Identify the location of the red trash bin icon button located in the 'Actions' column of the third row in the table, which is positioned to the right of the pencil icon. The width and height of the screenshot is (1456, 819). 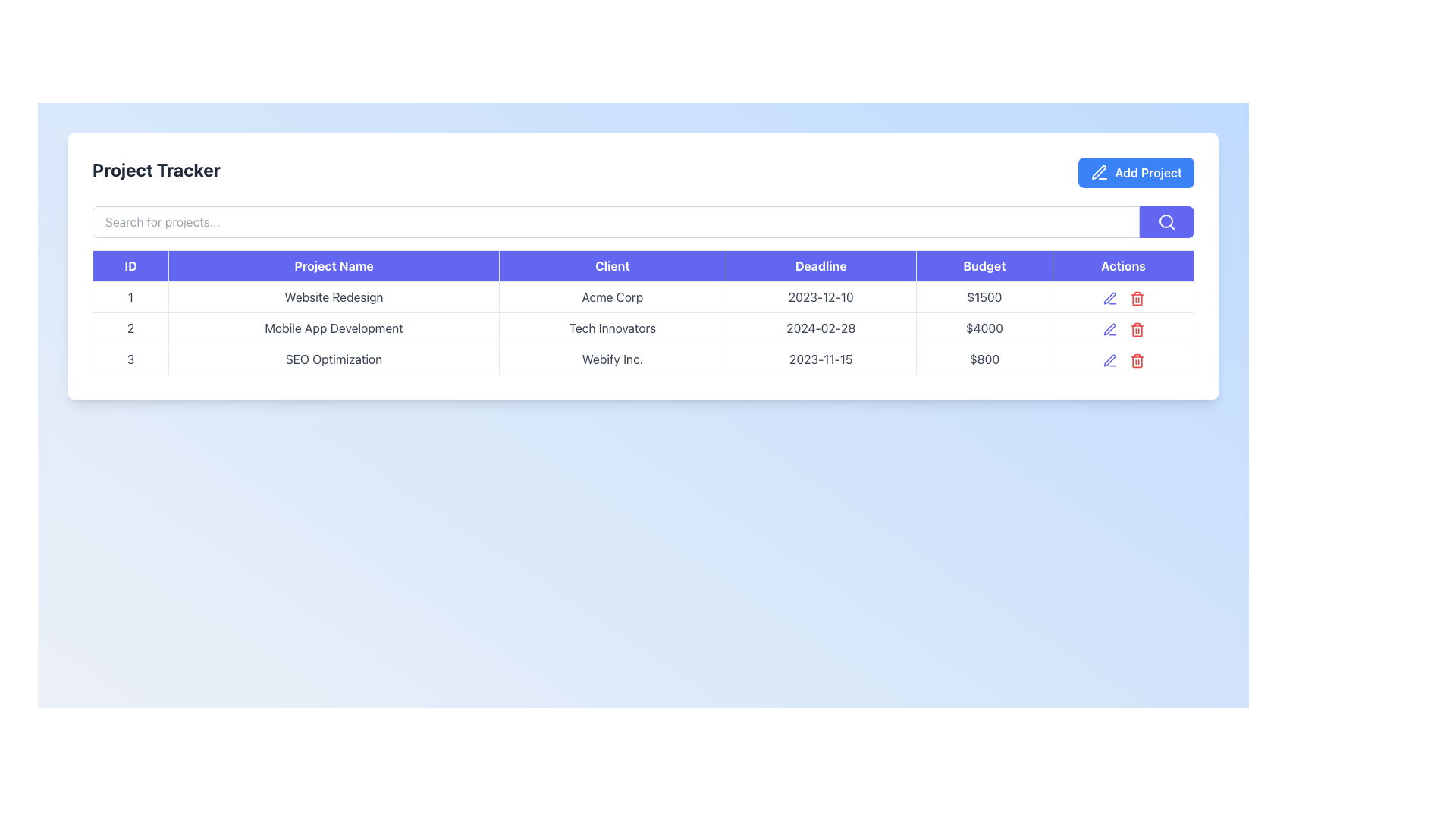
(1136, 359).